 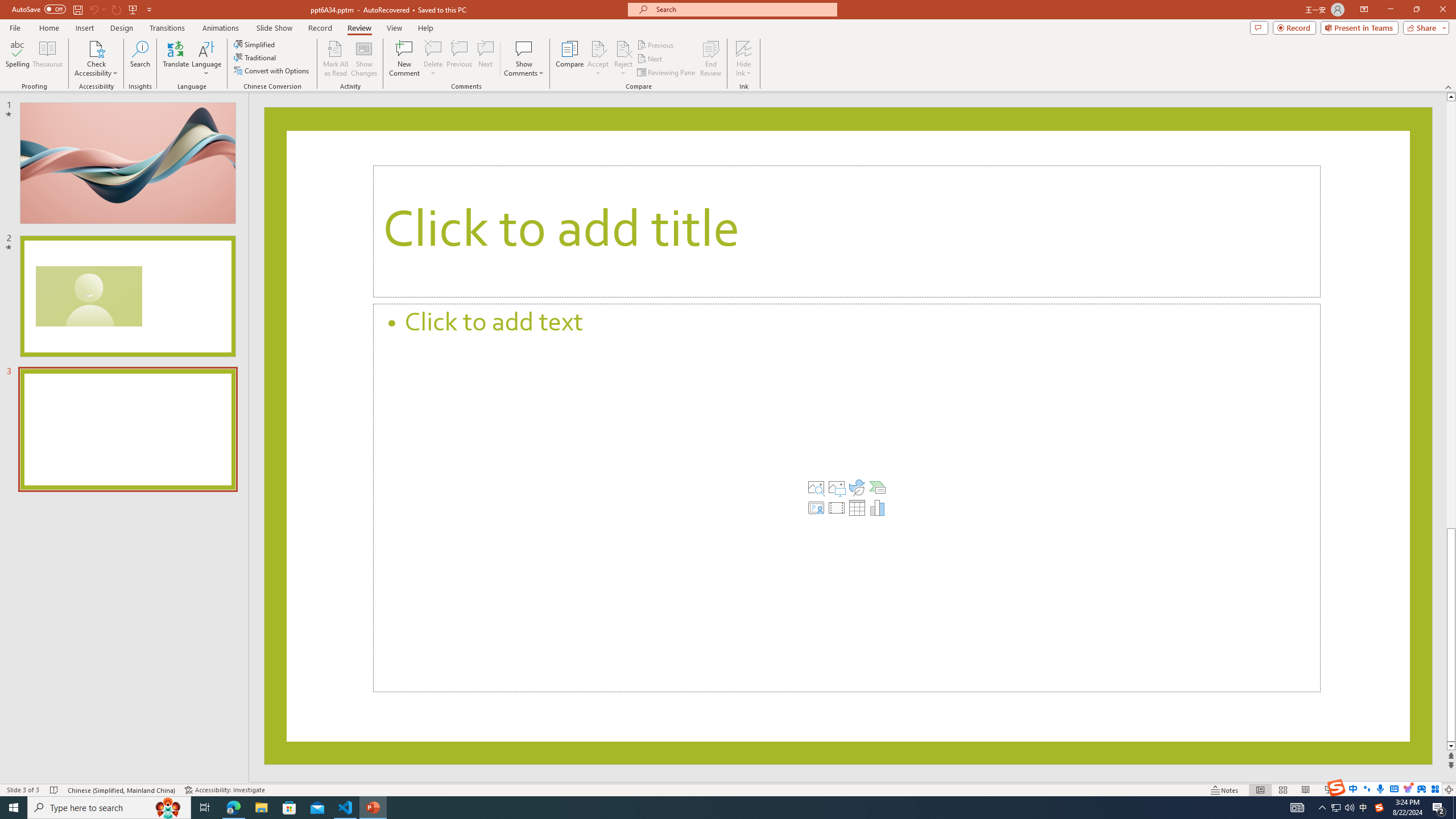 I want to click on 'Reviewing Pane', so click(x=666, y=72).